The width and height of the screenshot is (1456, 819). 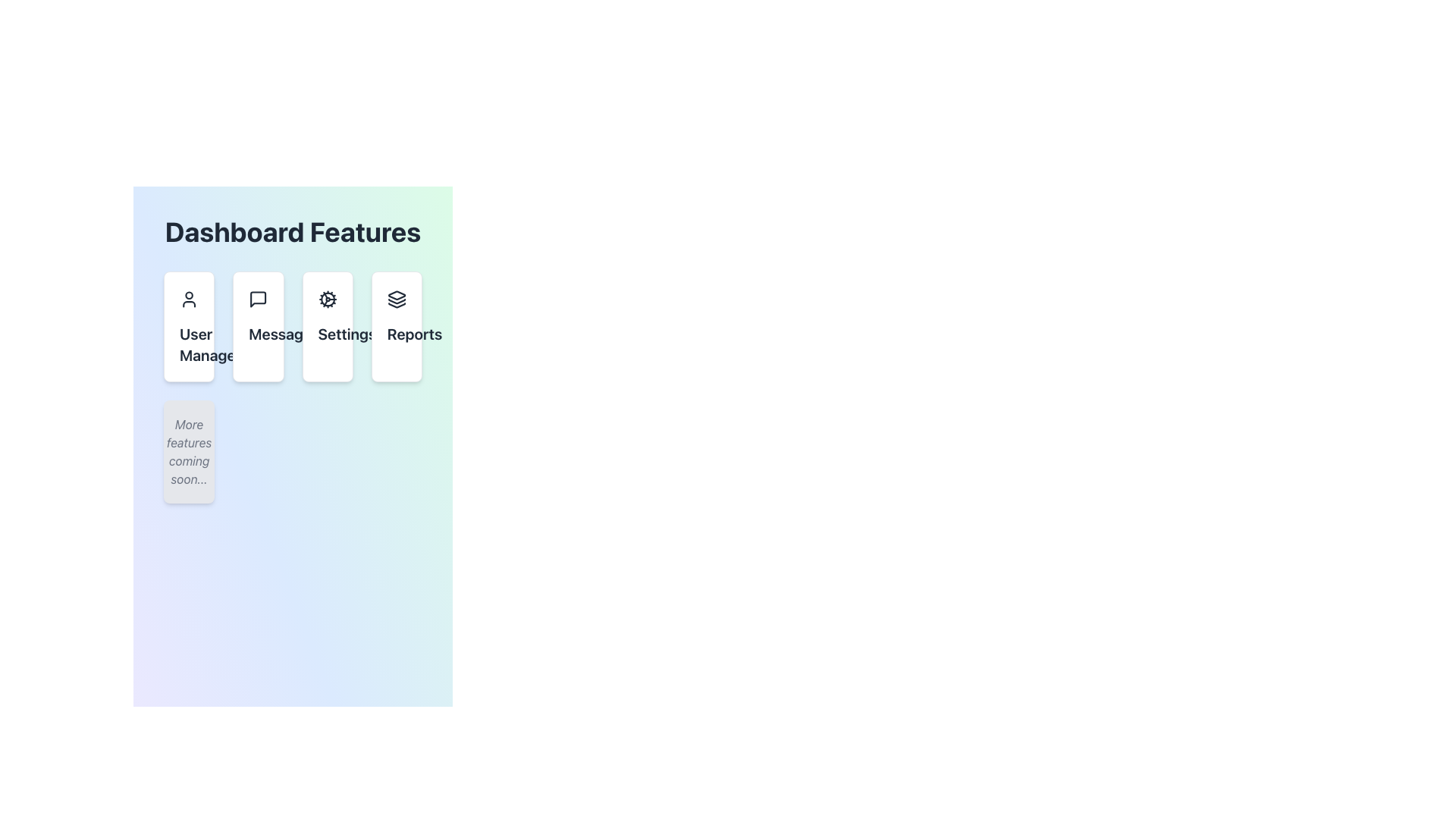 What do you see at coordinates (397, 299) in the screenshot?
I see `the layers icon in the 'Reports' tile on the 'Dashboard Features' interface` at bounding box center [397, 299].